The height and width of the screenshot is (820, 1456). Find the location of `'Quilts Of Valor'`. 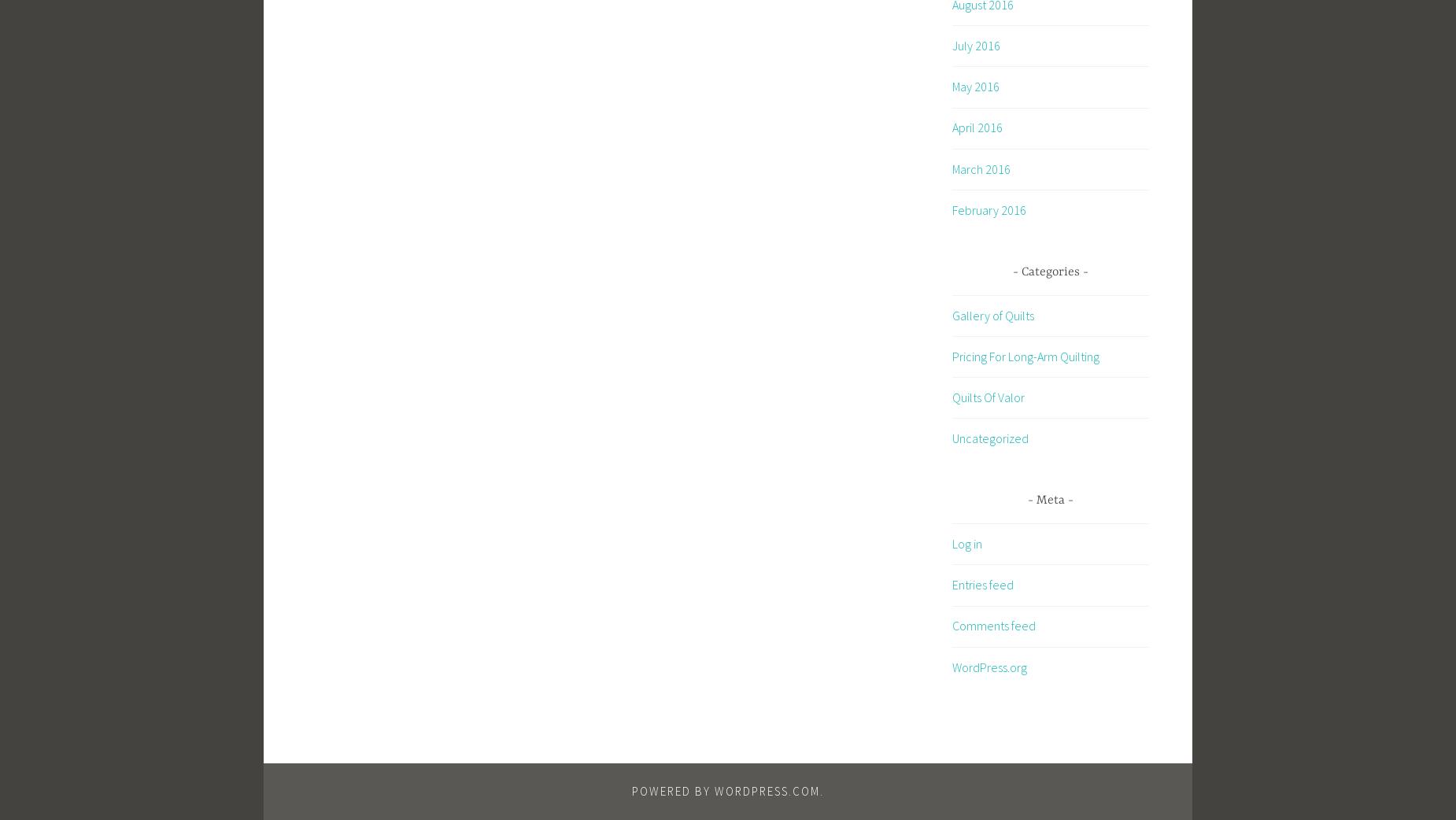

'Quilts Of Valor' is located at coordinates (952, 397).